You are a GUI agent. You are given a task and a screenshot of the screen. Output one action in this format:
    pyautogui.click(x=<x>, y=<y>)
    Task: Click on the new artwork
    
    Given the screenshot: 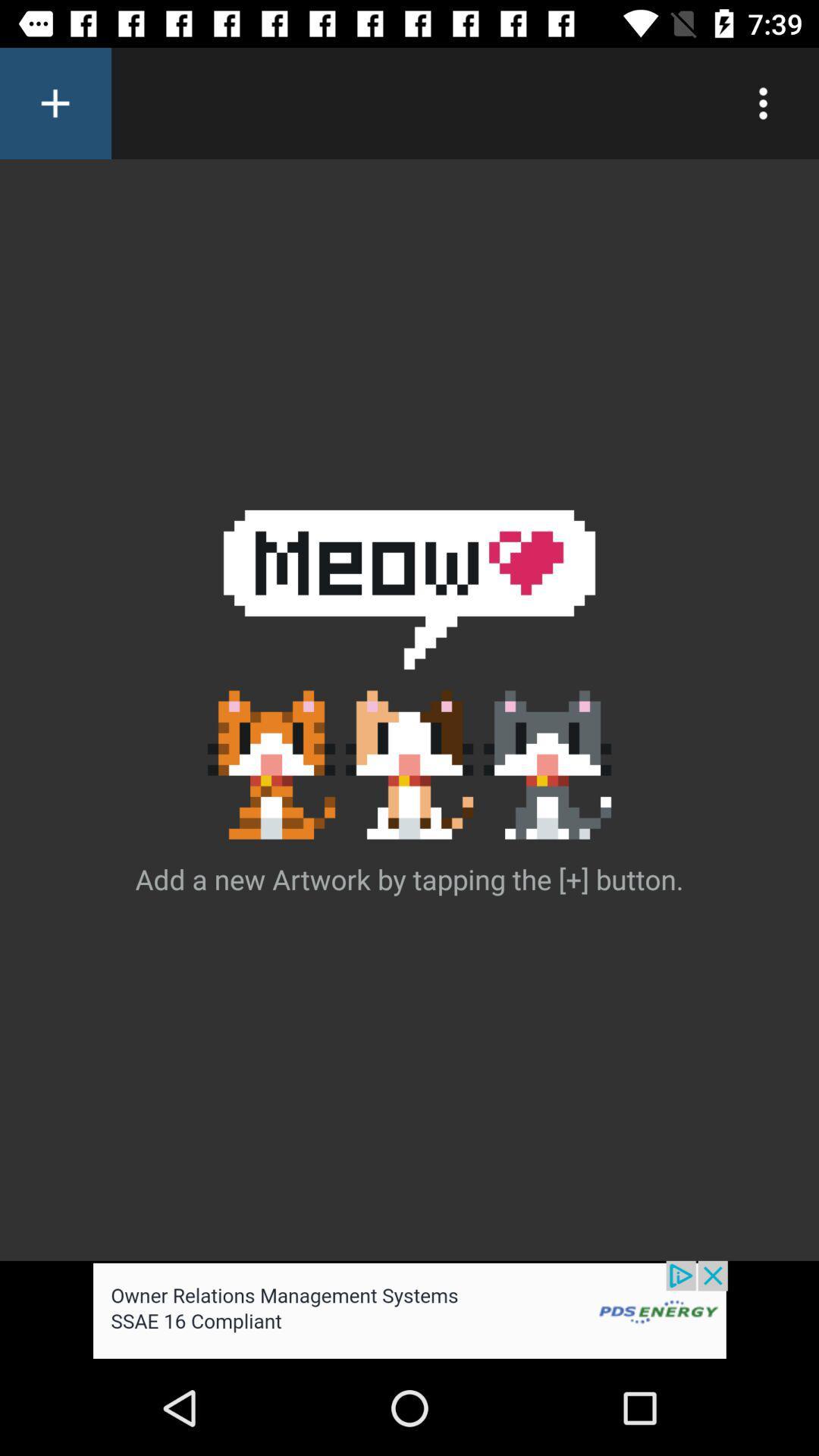 What is the action you would take?
    pyautogui.click(x=55, y=102)
    